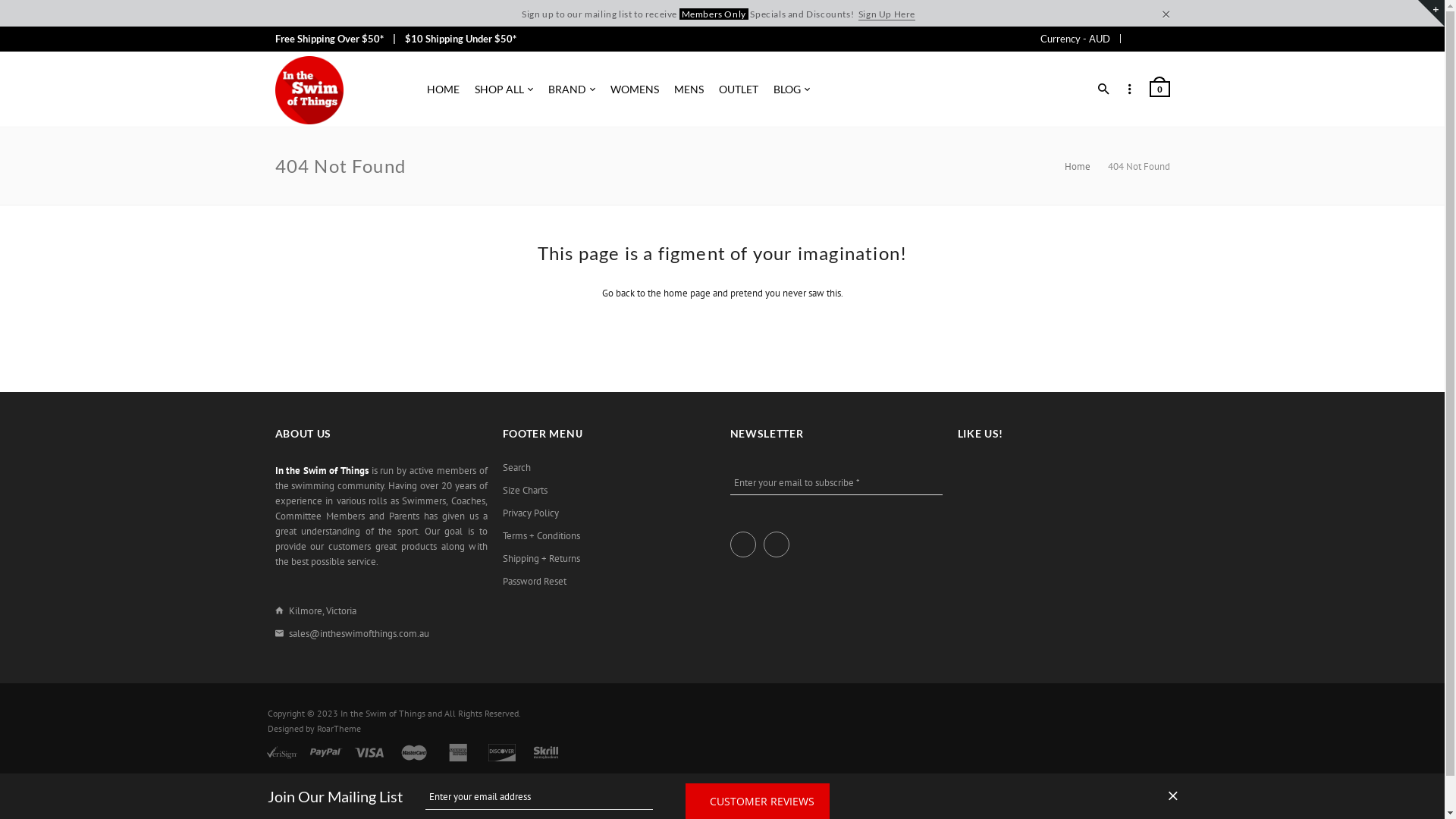  I want to click on 'BLOG', so click(790, 89).